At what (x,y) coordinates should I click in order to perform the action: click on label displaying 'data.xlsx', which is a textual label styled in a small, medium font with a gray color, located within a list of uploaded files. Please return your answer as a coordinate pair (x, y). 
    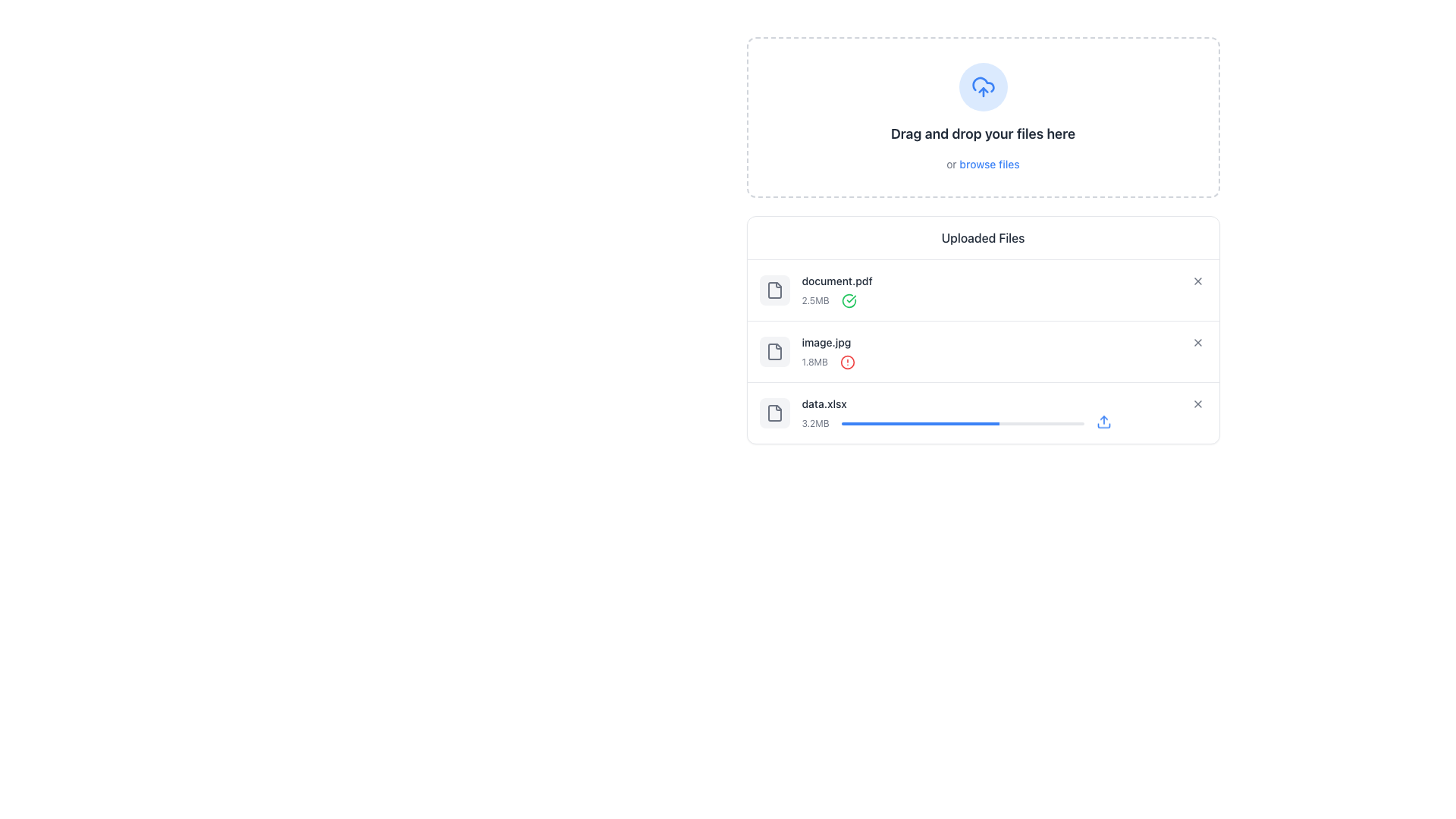
    Looking at the image, I should click on (824, 403).